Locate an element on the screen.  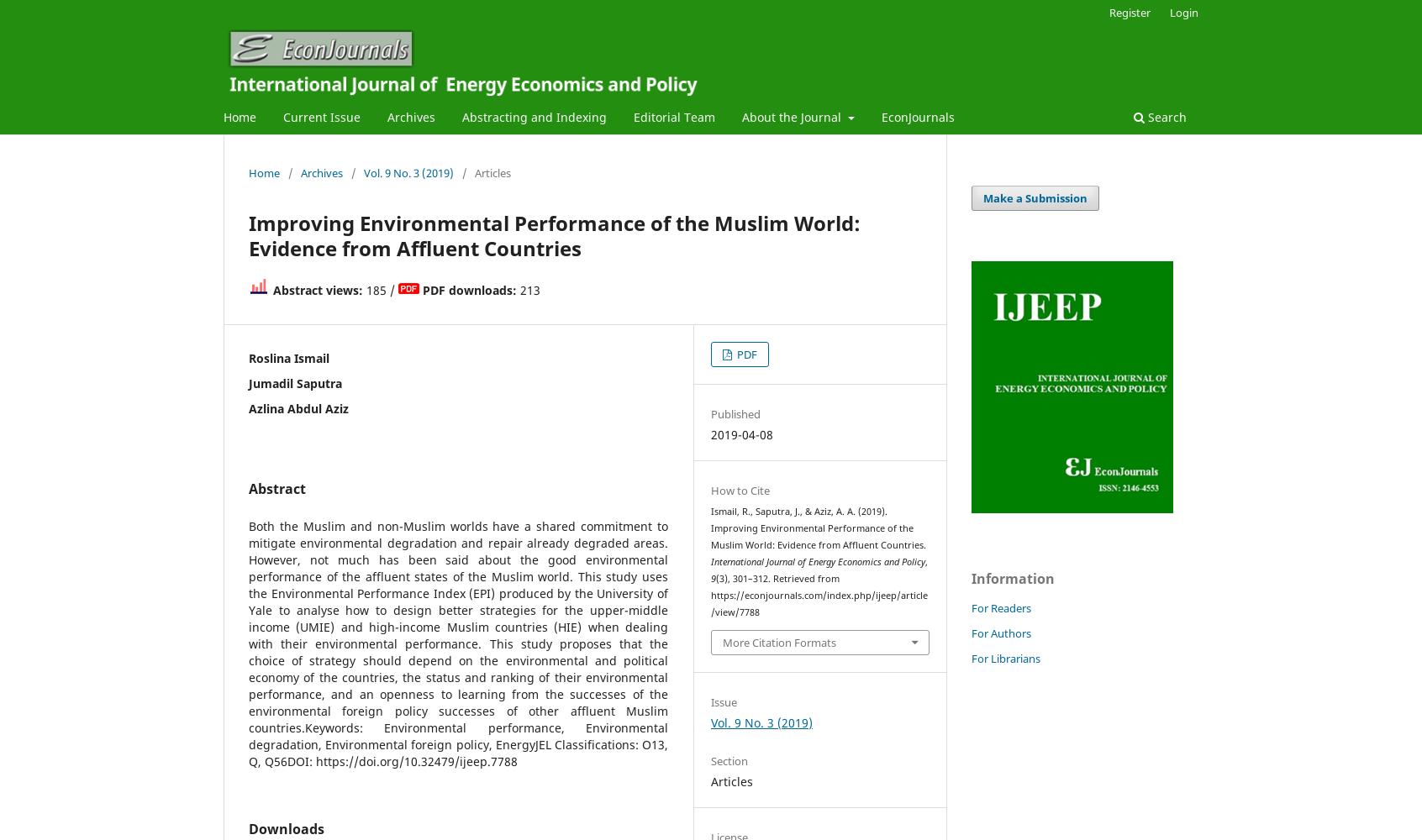
'Jumadil Saputra' is located at coordinates (294, 381).